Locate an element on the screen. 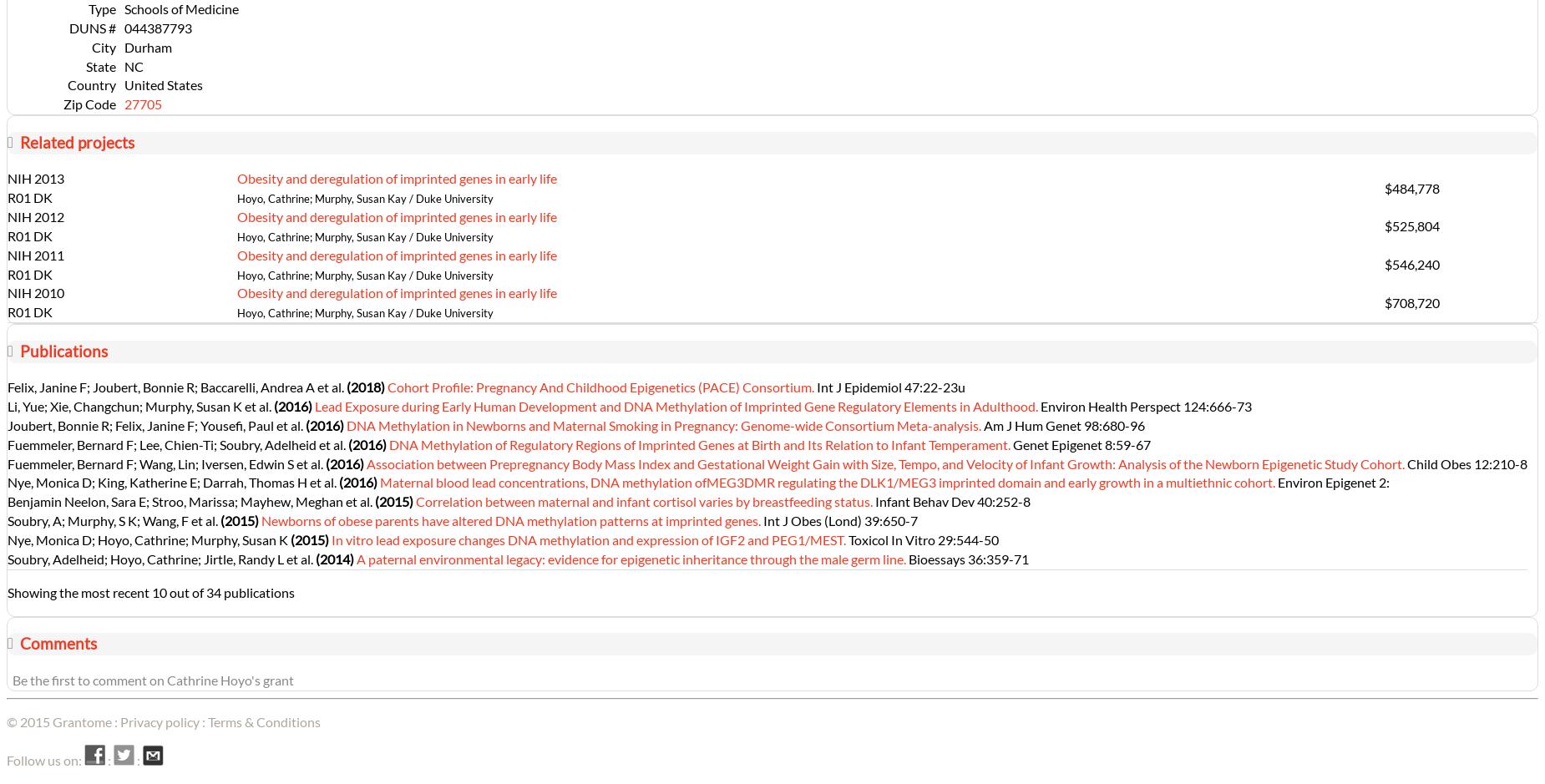  'NIH 2012' is located at coordinates (34, 215).